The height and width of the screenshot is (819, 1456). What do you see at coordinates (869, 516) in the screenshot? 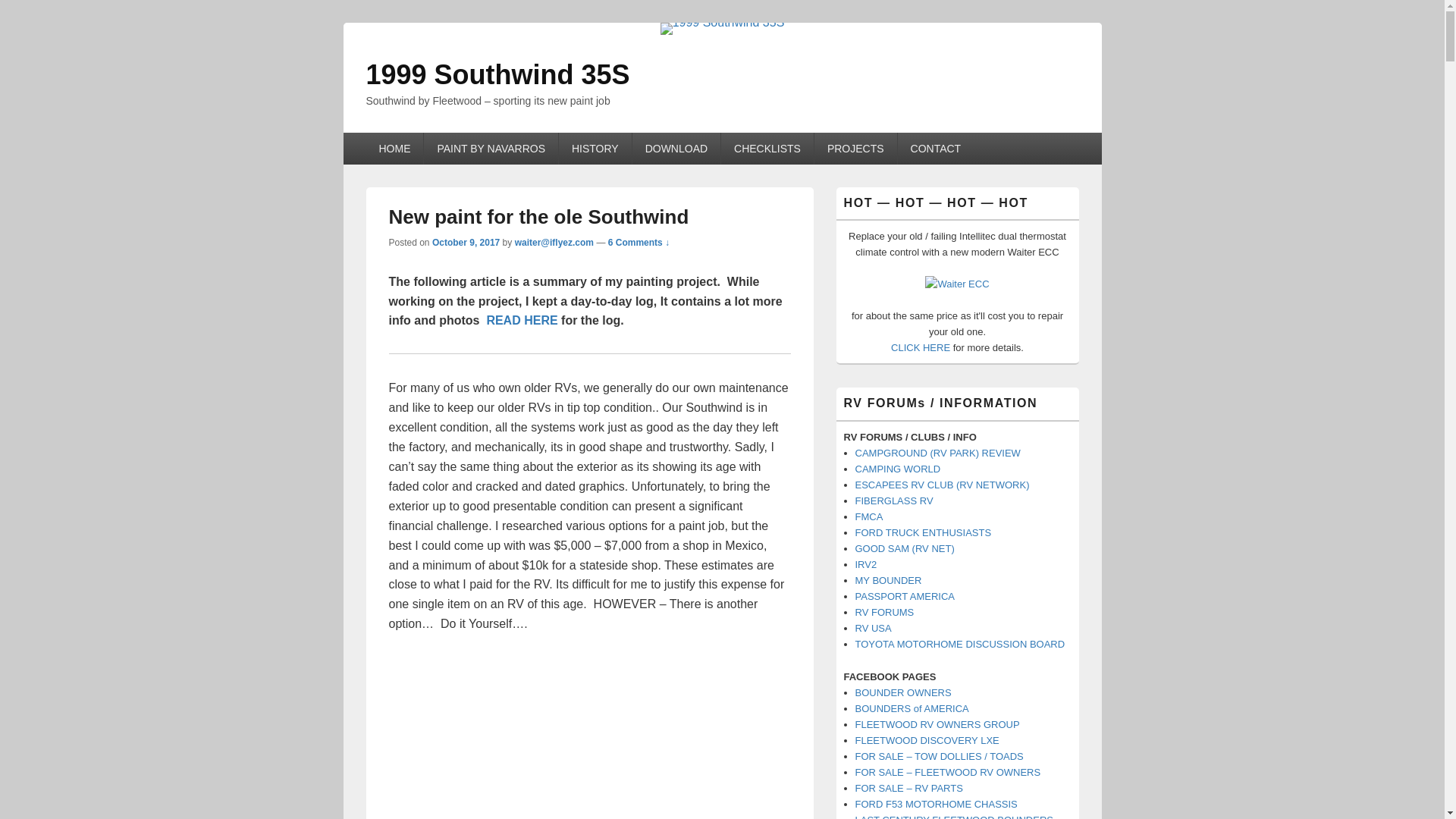
I see `'FMCA'` at bounding box center [869, 516].